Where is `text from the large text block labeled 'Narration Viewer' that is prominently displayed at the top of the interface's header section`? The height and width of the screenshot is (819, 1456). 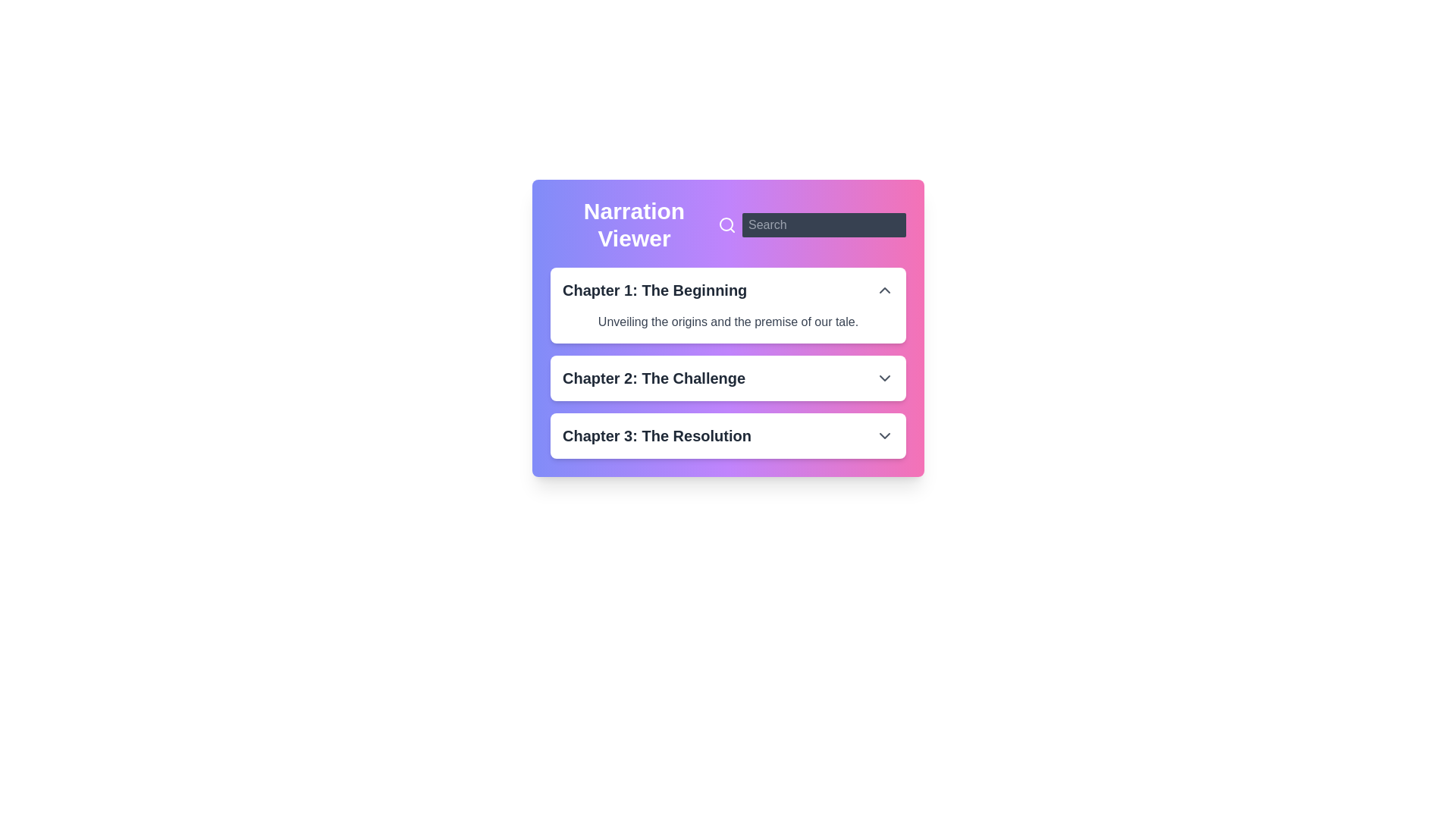 text from the large text block labeled 'Narration Viewer' that is prominently displayed at the top of the interface's header section is located at coordinates (634, 225).